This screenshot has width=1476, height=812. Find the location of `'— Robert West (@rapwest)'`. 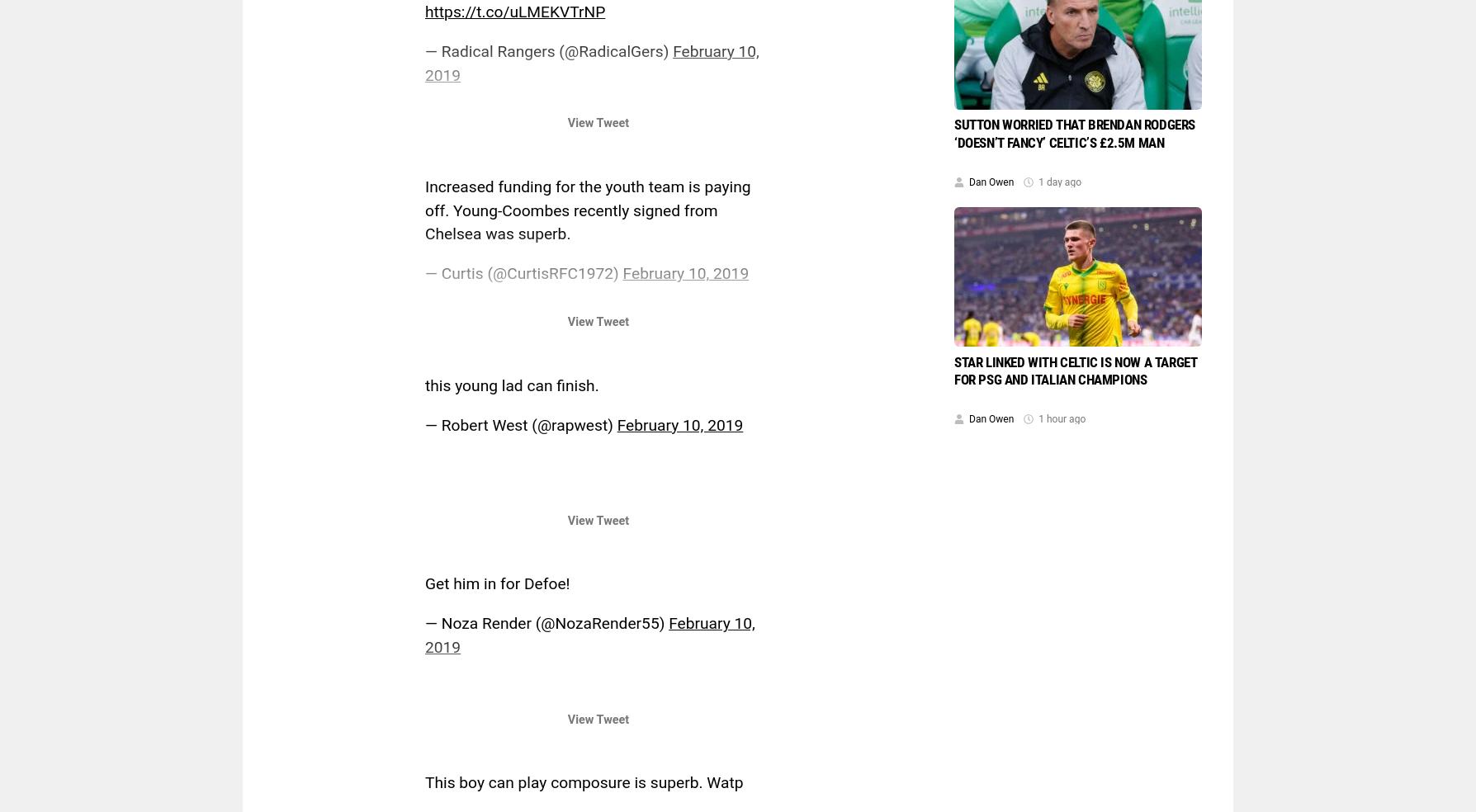

'— Robert West (@rapwest)' is located at coordinates (424, 423).